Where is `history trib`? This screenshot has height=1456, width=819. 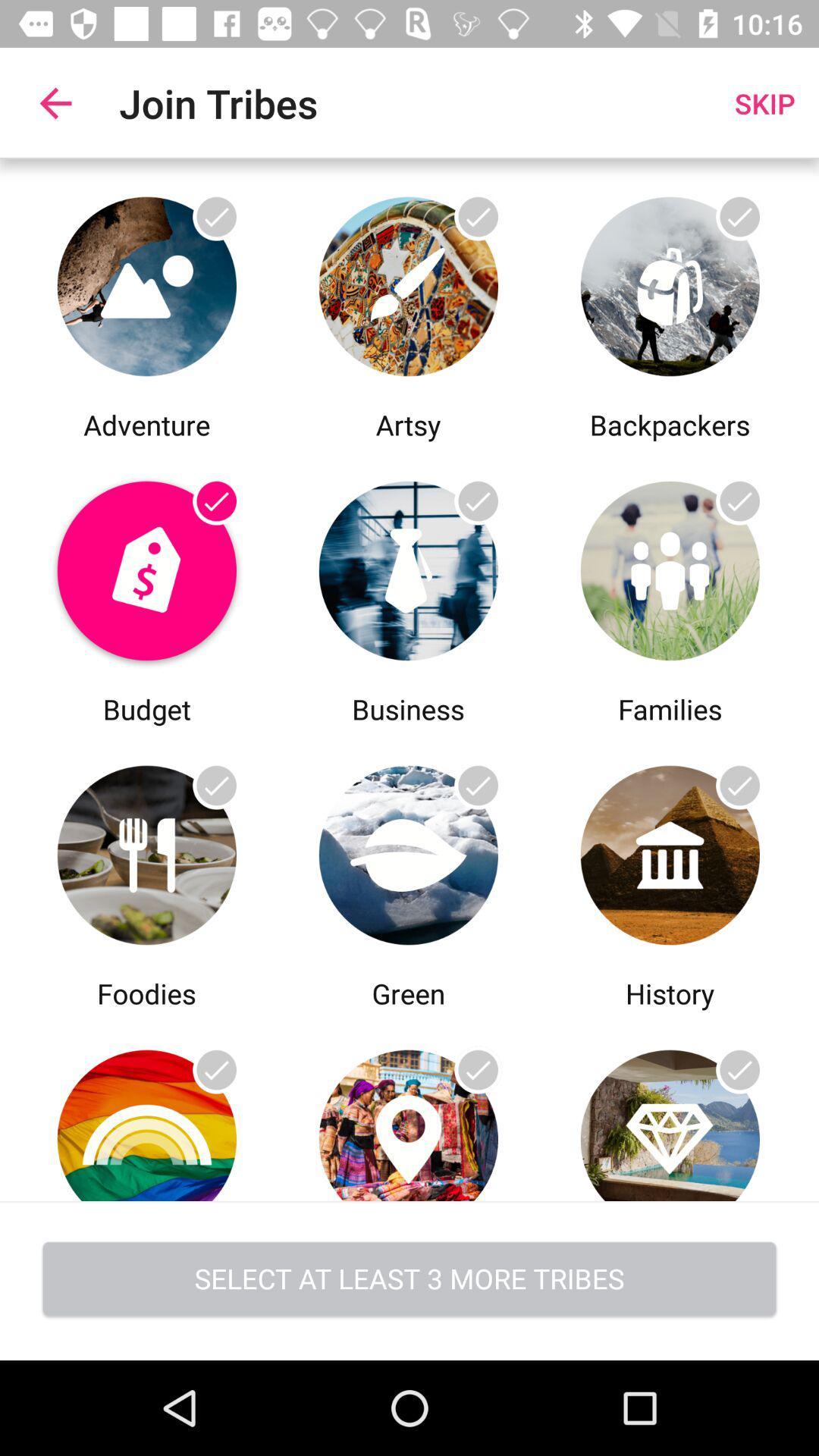
history trib is located at coordinates (669, 851).